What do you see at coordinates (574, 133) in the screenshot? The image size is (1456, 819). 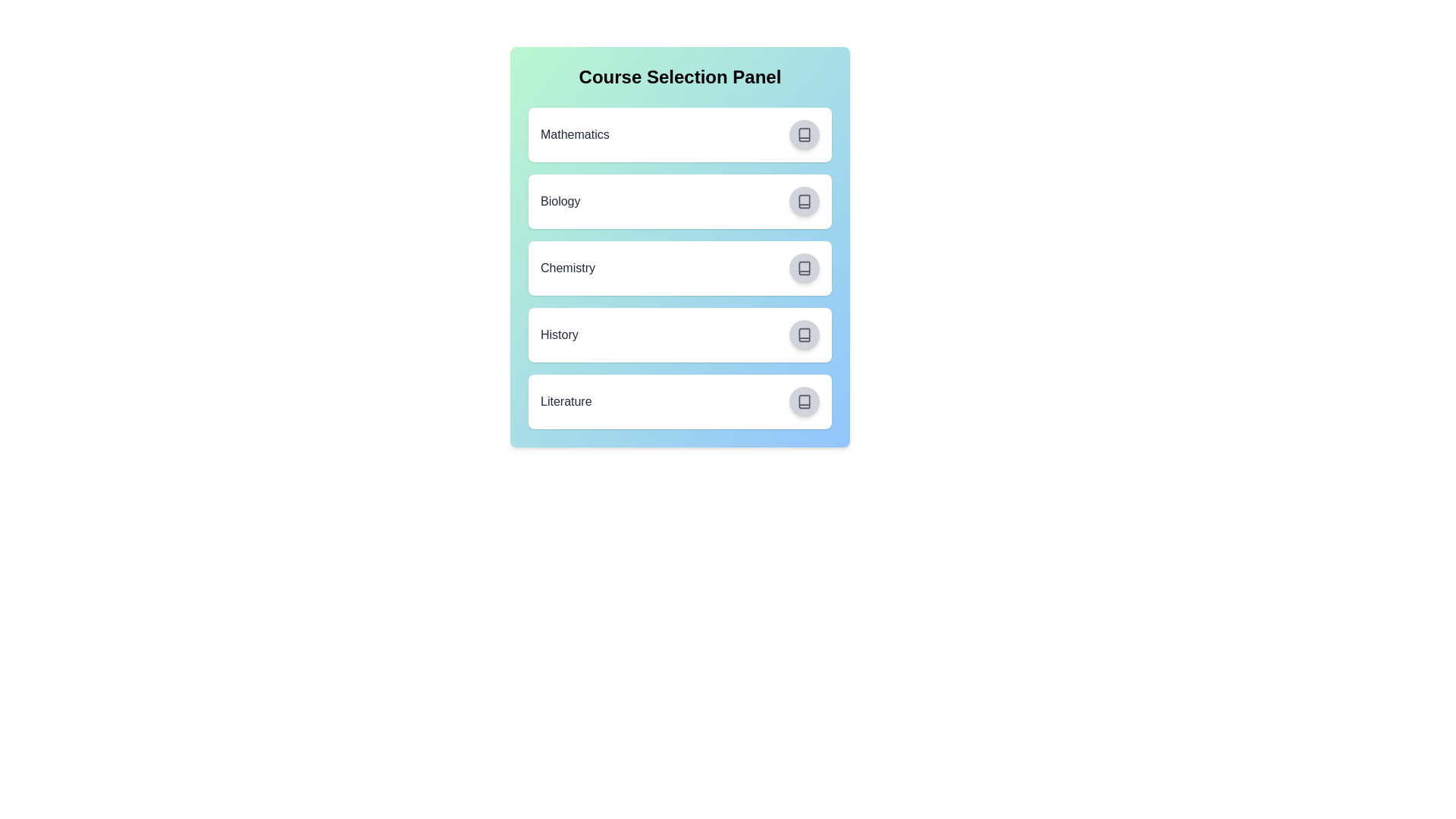 I see `the course name Mathematics to highlight or copy it` at bounding box center [574, 133].